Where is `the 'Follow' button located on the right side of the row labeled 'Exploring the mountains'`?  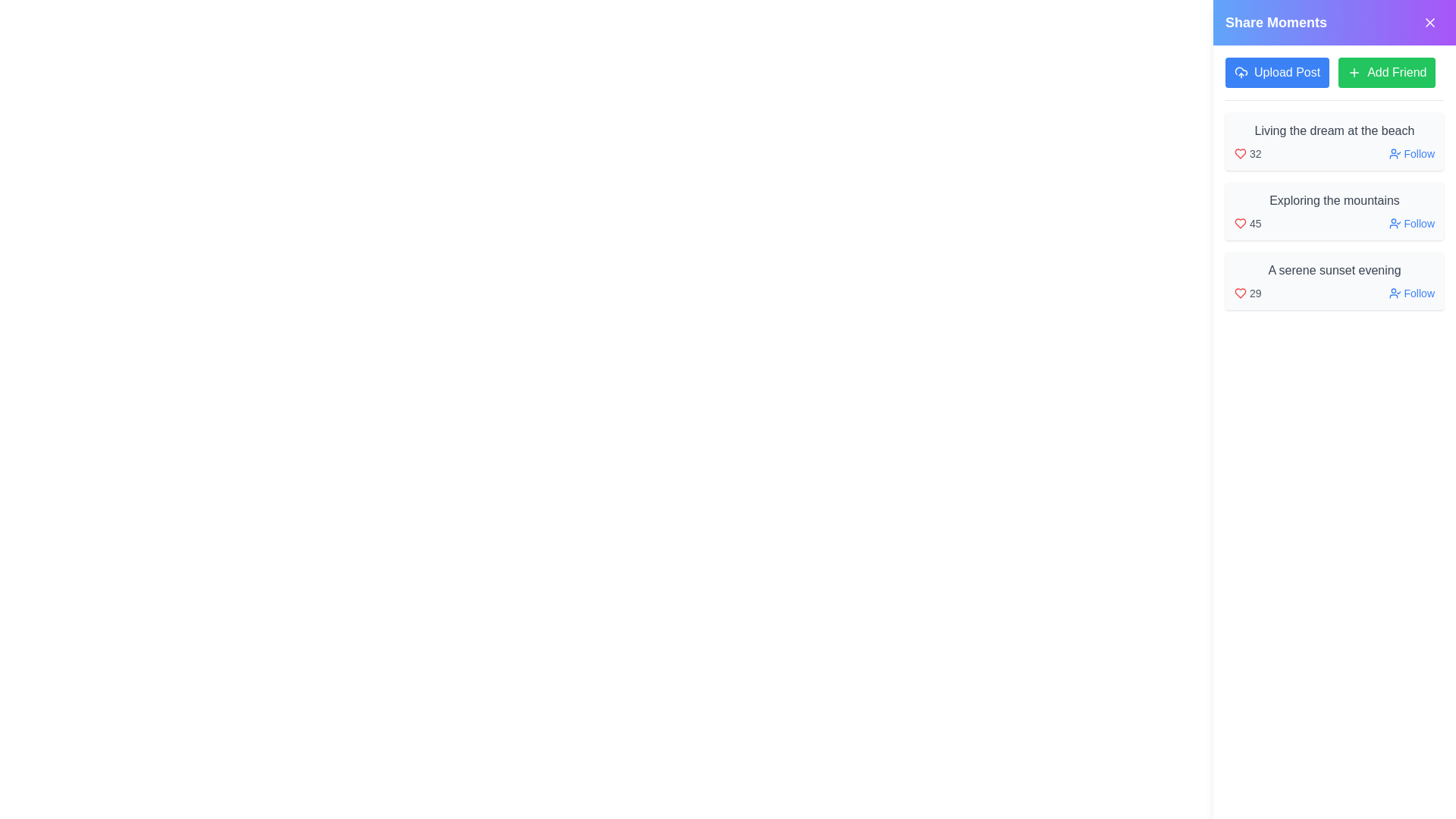
the 'Follow' button located on the right side of the row labeled 'Exploring the mountains' is located at coordinates (1410, 223).